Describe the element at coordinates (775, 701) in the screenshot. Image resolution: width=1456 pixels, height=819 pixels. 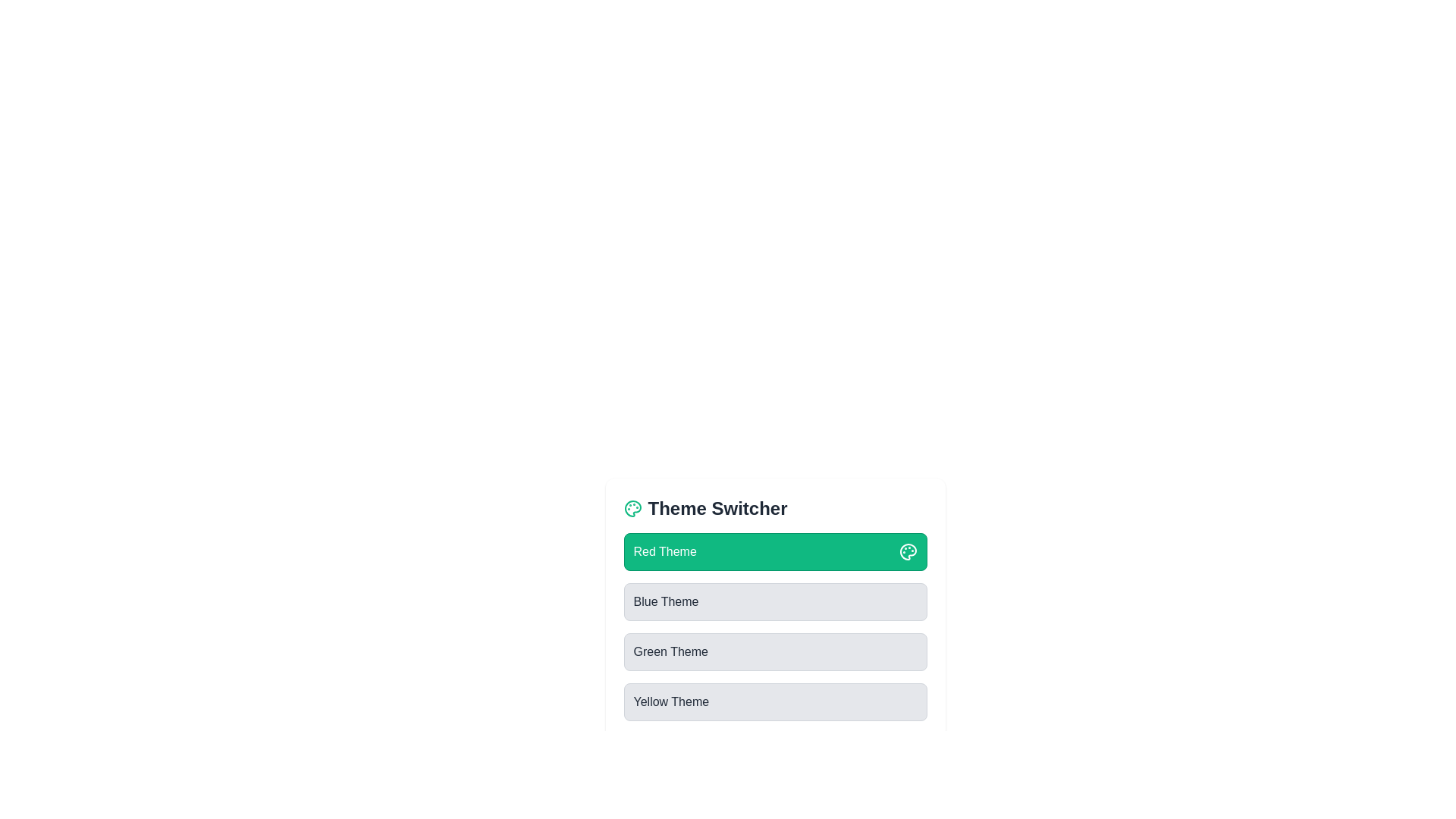
I see `the theme Yellow by clicking on the corresponding button` at that location.